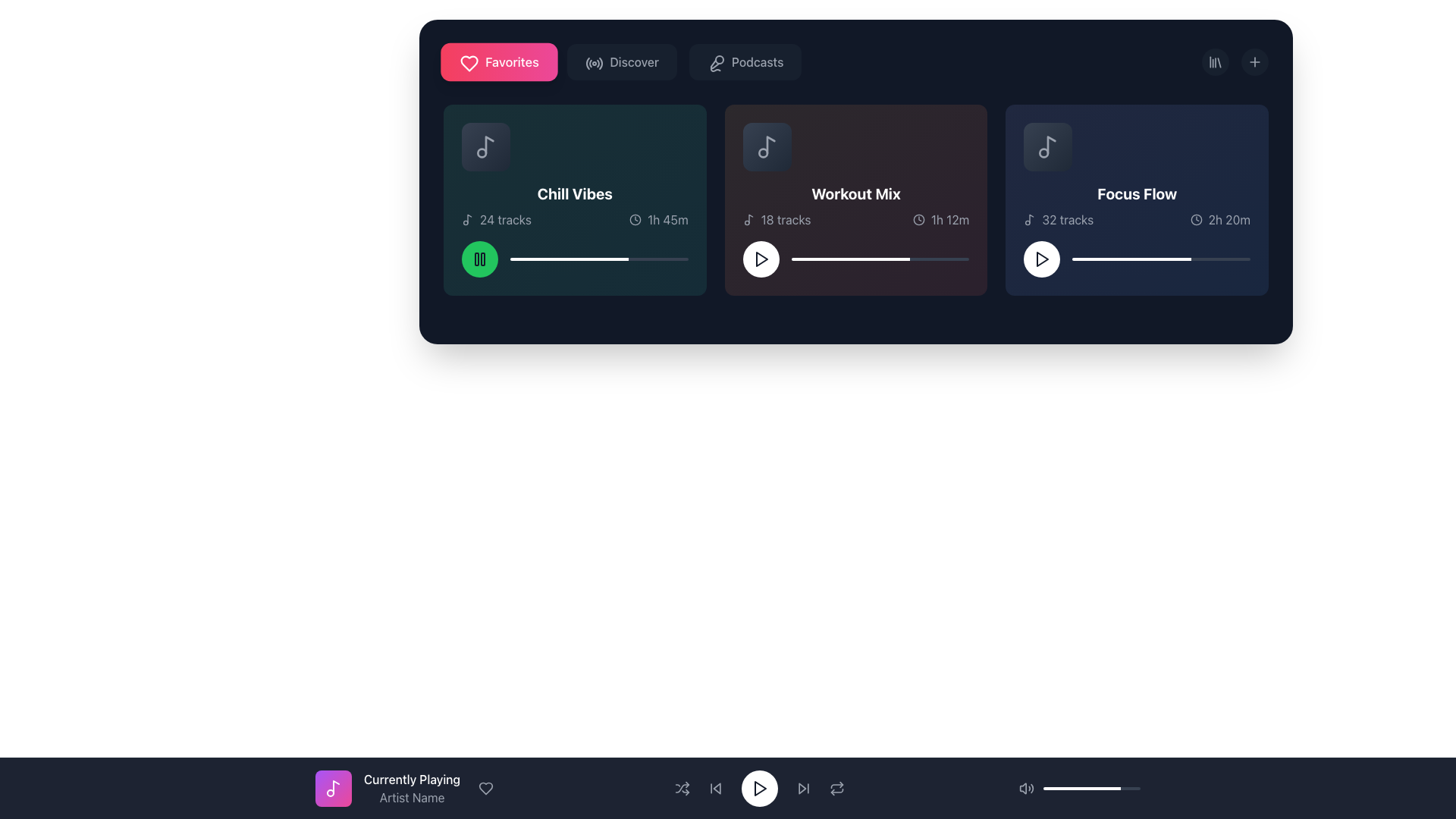  I want to click on the slider, so click(891, 259).